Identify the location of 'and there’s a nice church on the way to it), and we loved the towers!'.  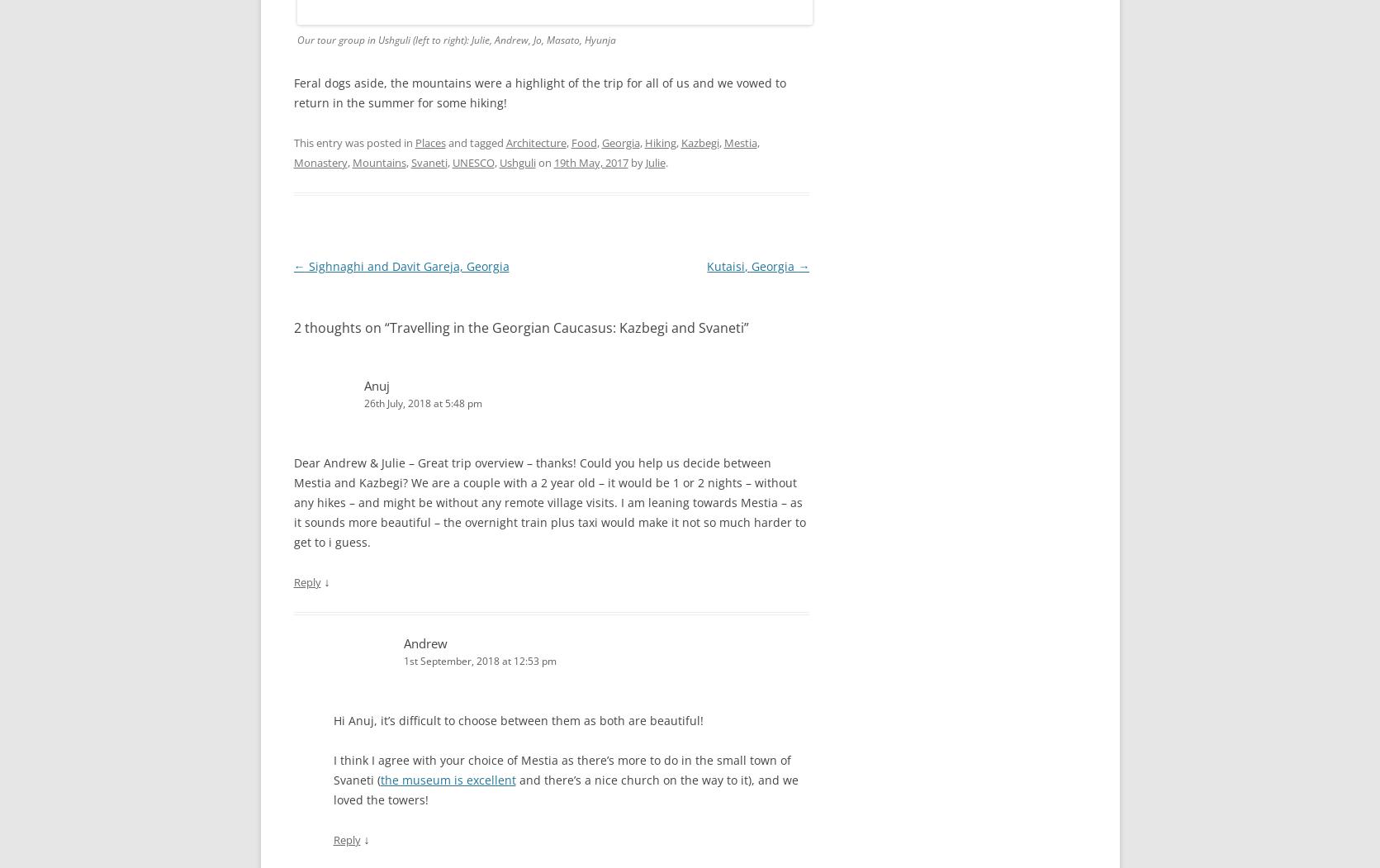
(564, 789).